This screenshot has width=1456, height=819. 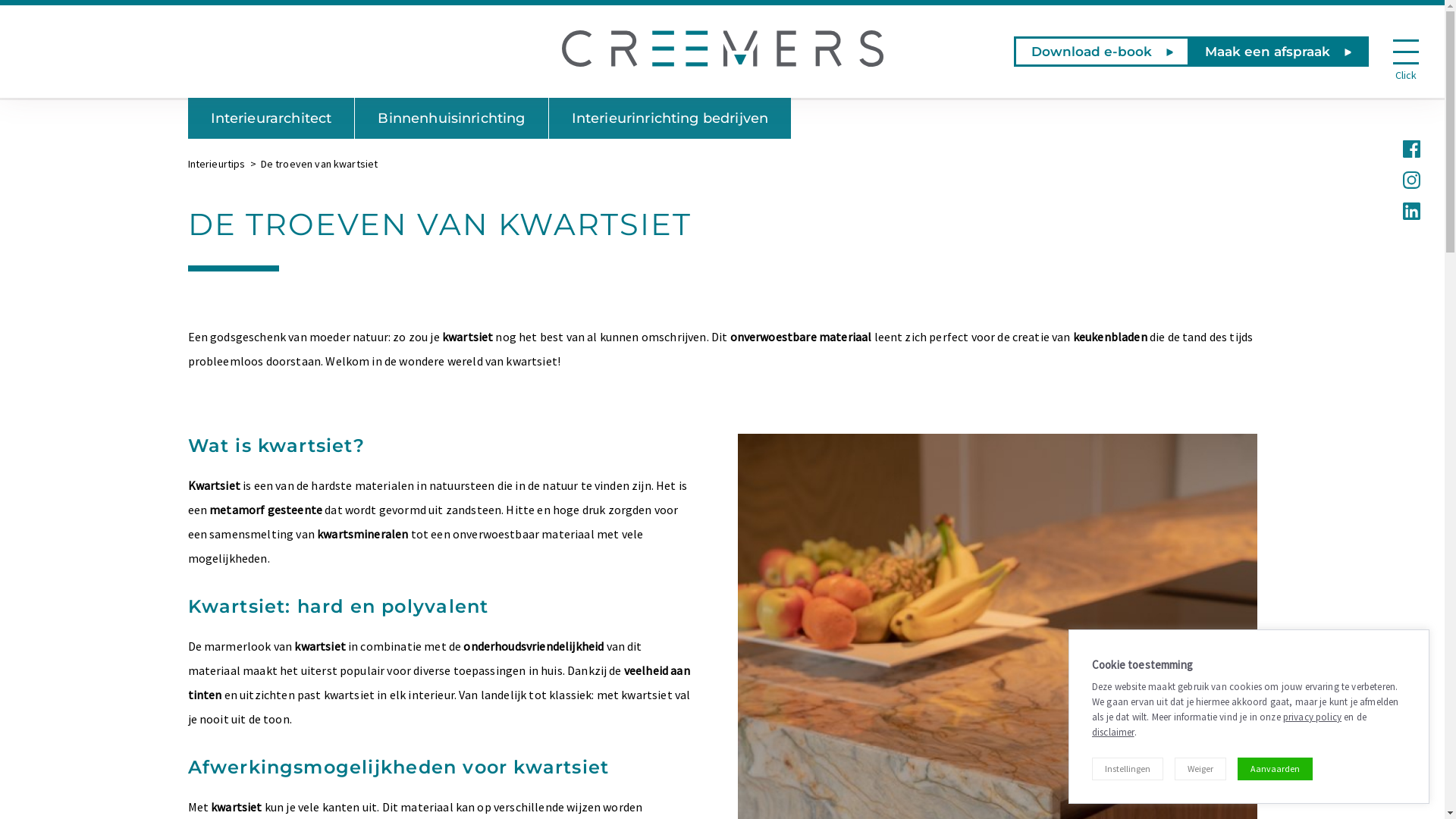 What do you see at coordinates (1401, 209) in the screenshot?
I see `'linkedin'` at bounding box center [1401, 209].